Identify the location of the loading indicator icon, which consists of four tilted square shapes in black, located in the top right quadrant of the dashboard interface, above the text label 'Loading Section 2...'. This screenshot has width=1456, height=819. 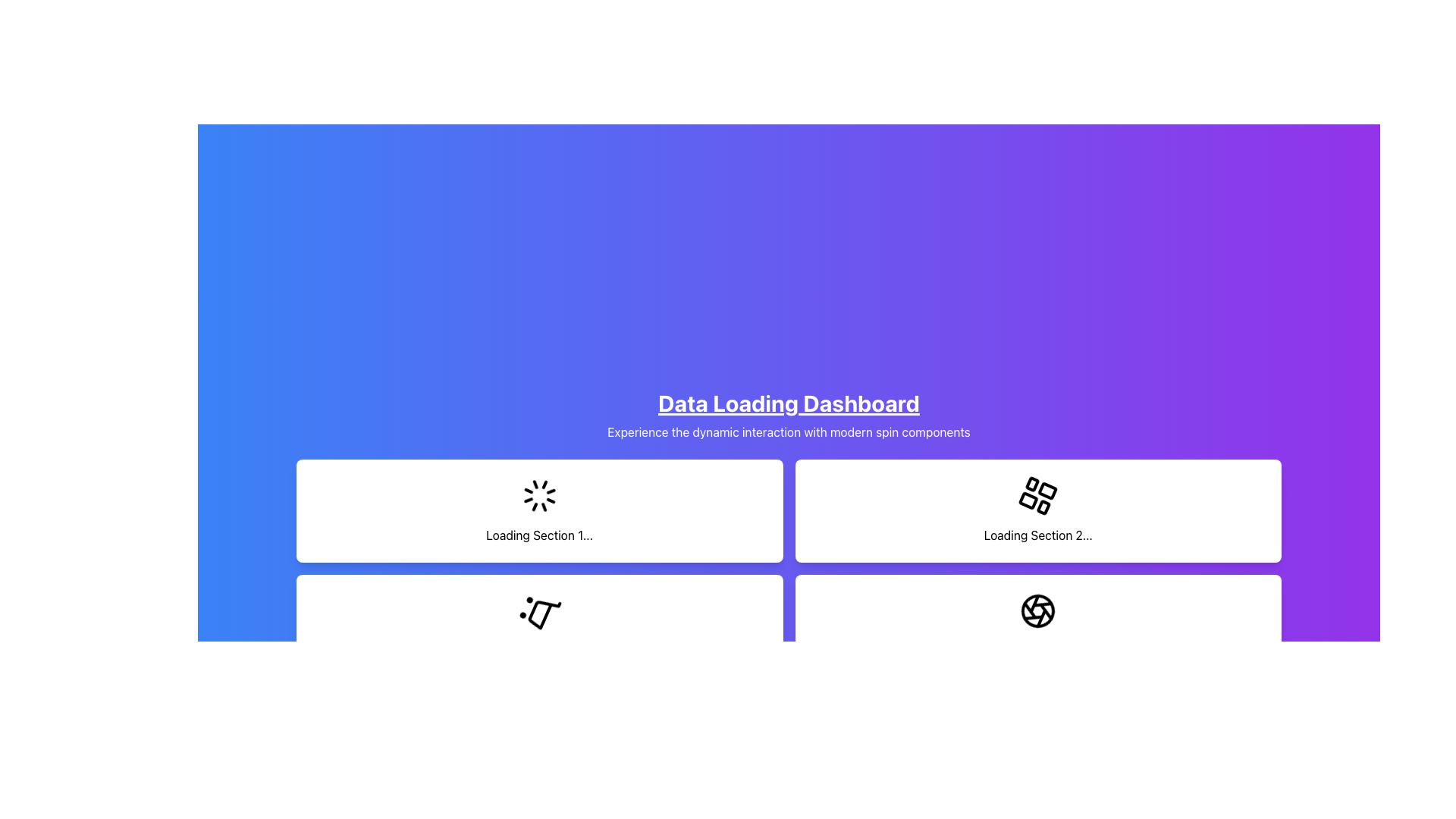
(1037, 496).